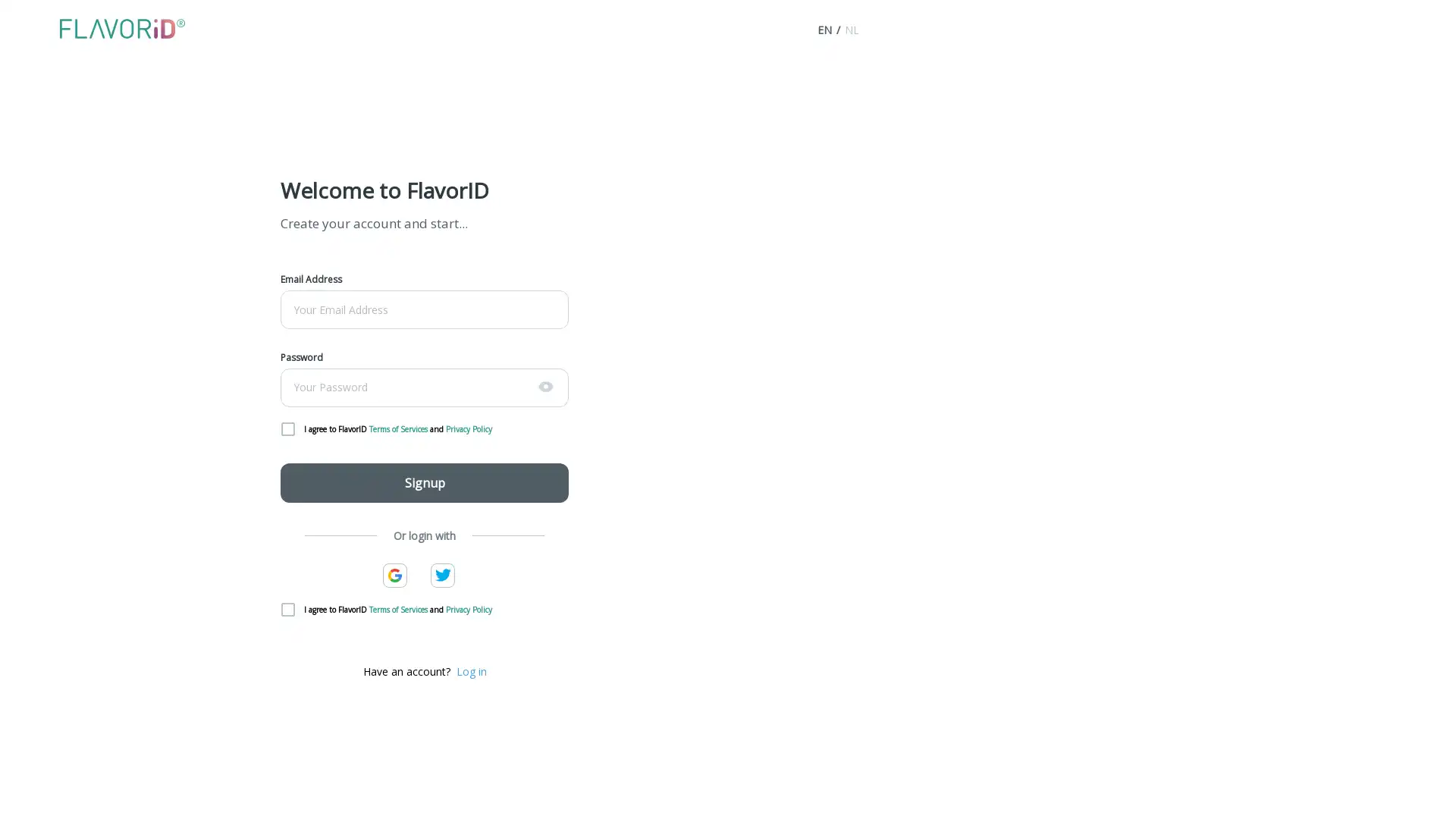 The image size is (1456, 819). Describe the element at coordinates (425, 482) in the screenshot. I see `Signup` at that location.